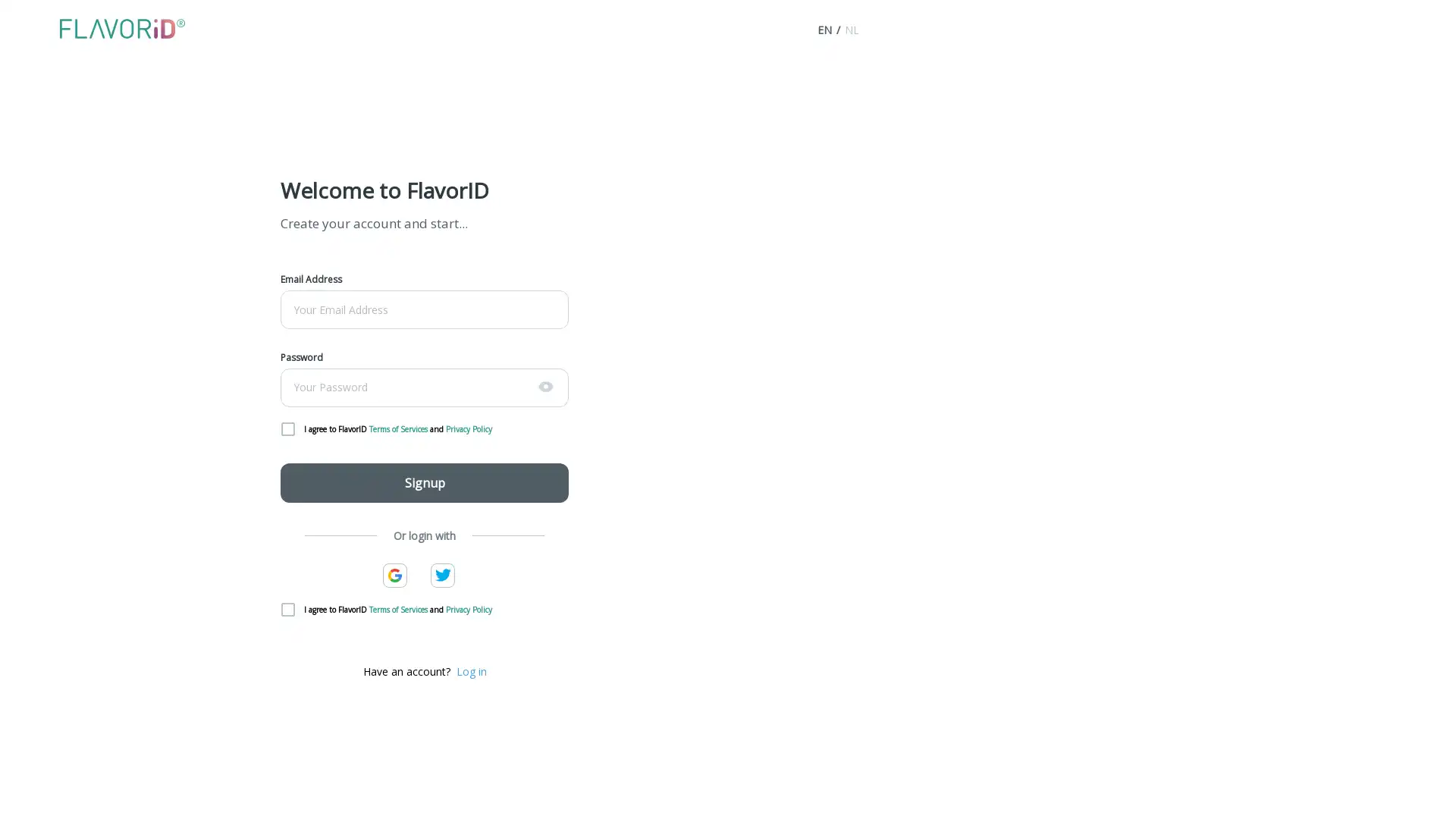 The image size is (1456, 819). Describe the element at coordinates (425, 482) in the screenshot. I see `Signup` at that location.